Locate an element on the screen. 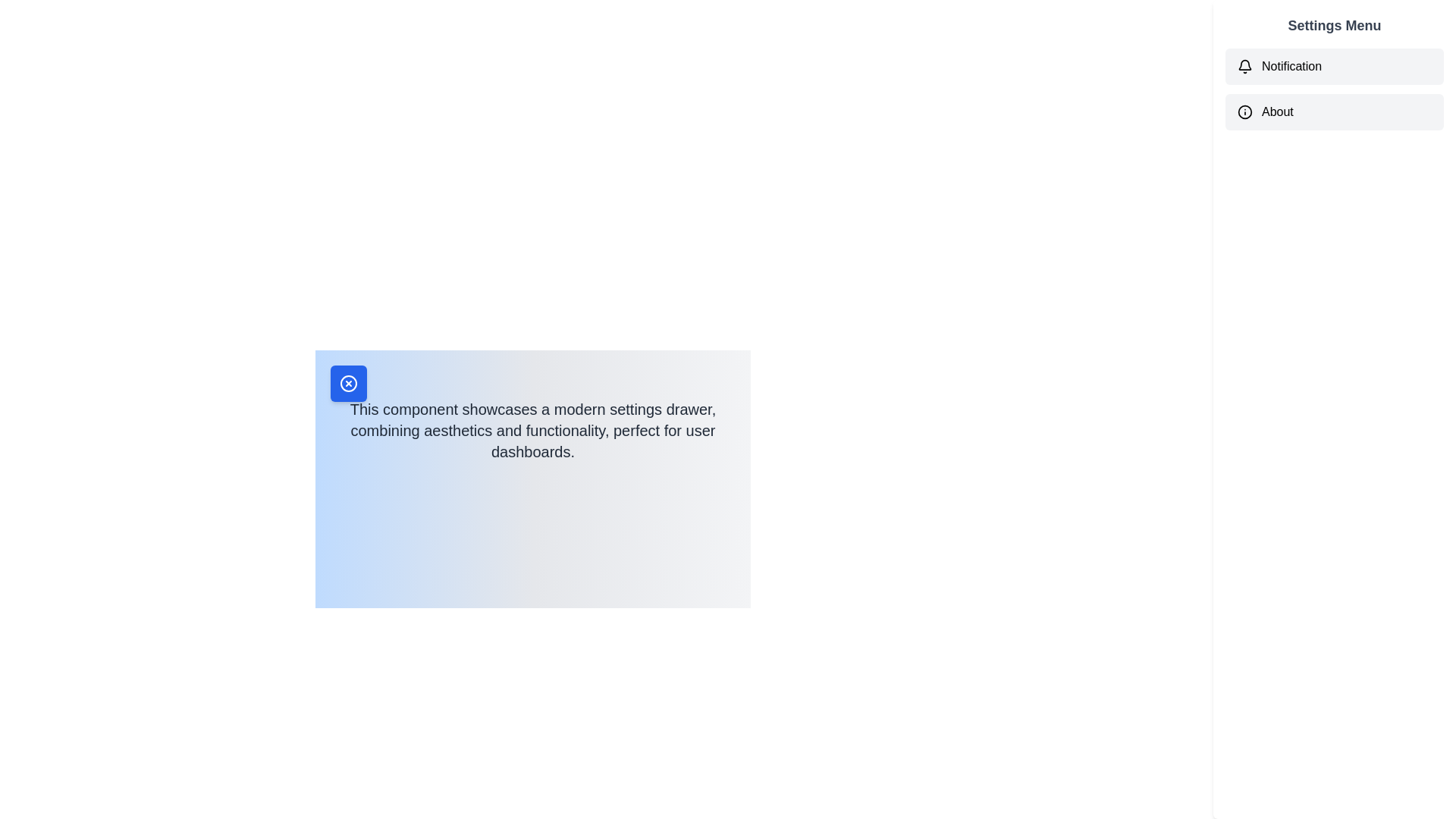  the 'Settings Menu' header located at the top of the sidebar panel, which displays the text in bold, large dark gray font is located at coordinates (1335, 26).